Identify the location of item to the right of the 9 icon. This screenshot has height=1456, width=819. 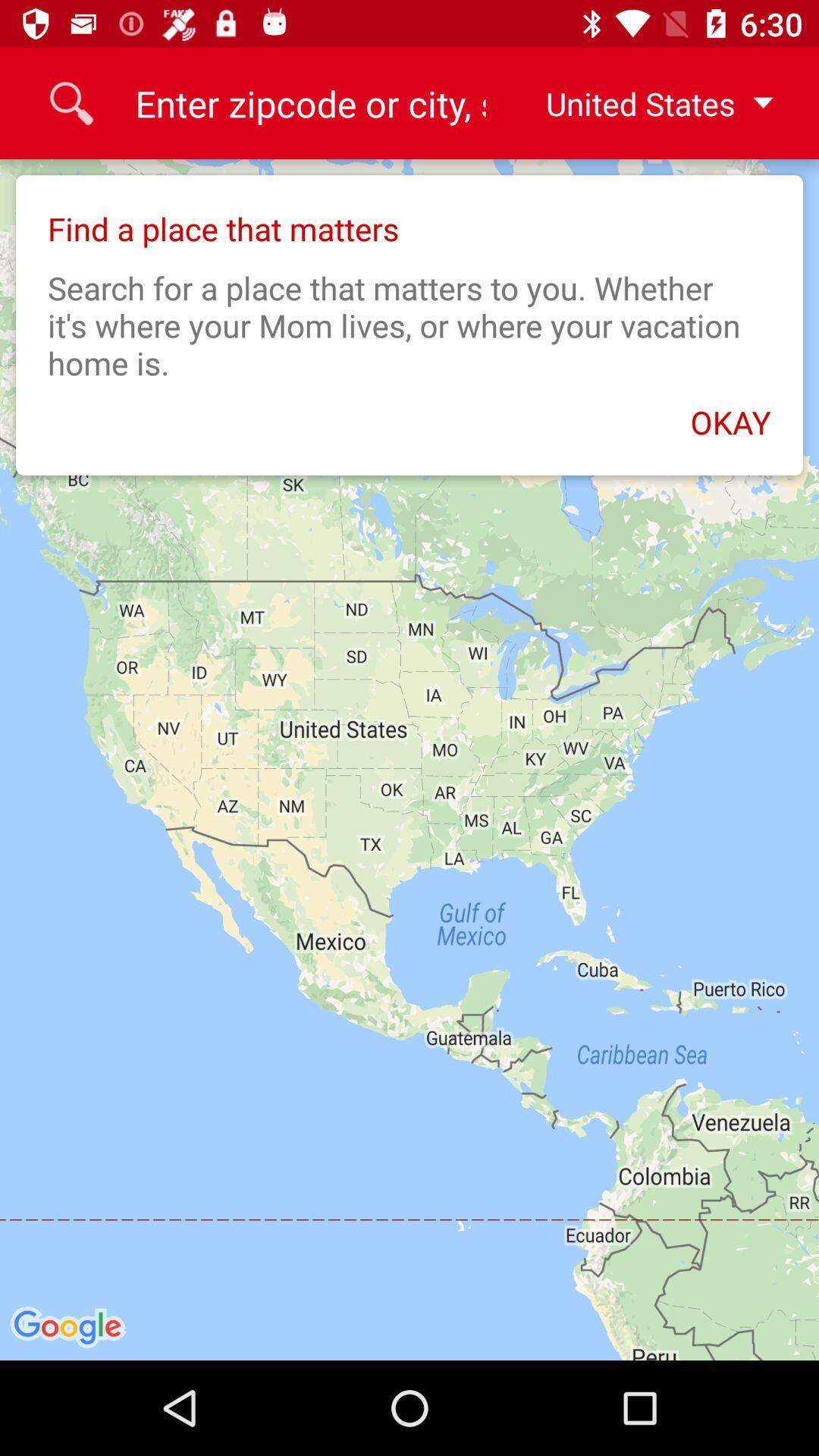
(647, 102).